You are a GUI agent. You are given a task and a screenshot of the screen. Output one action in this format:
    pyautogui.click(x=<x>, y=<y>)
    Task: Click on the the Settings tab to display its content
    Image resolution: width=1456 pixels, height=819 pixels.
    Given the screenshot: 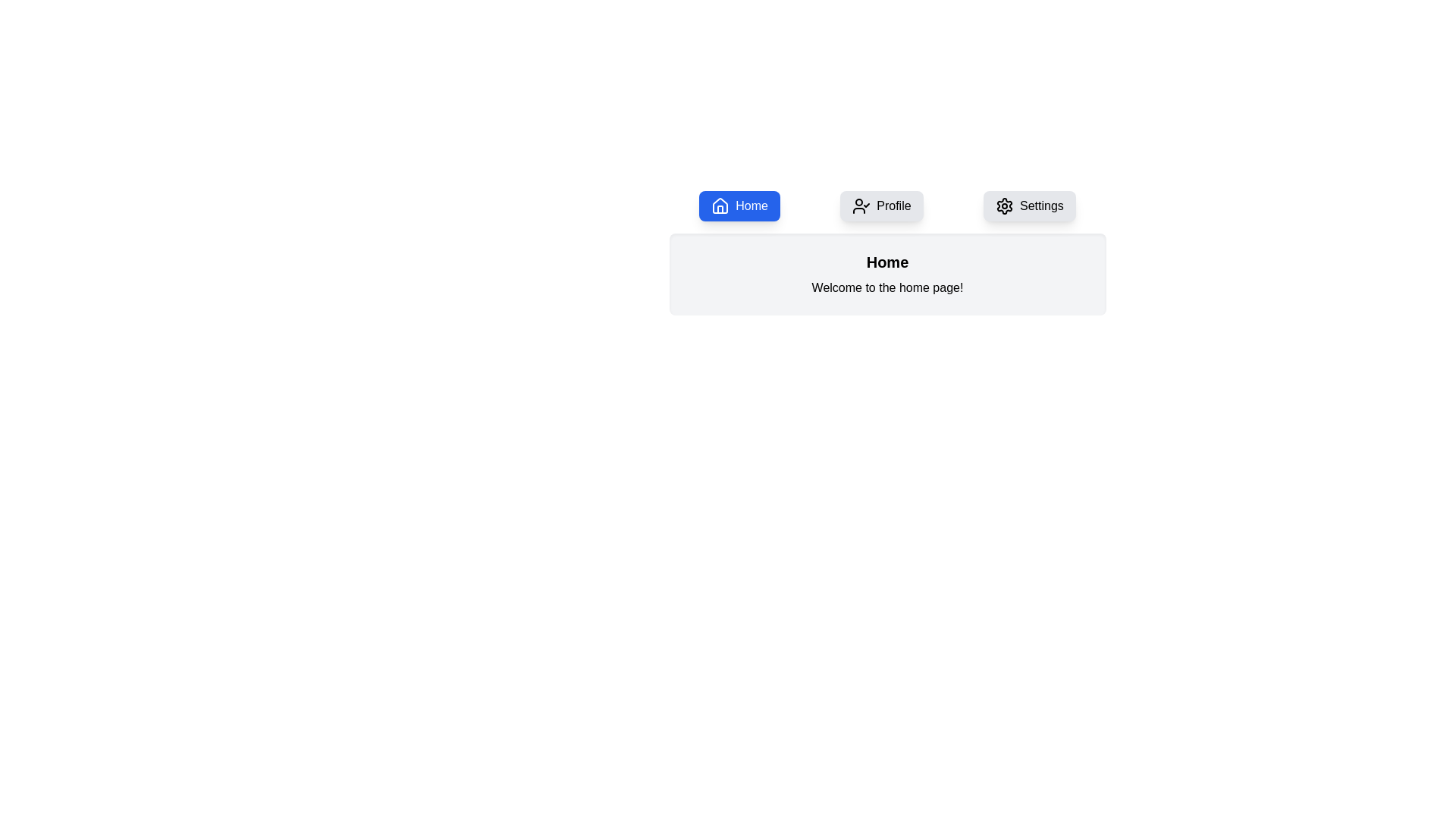 What is the action you would take?
    pyautogui.click(x=1030, y=206)
    